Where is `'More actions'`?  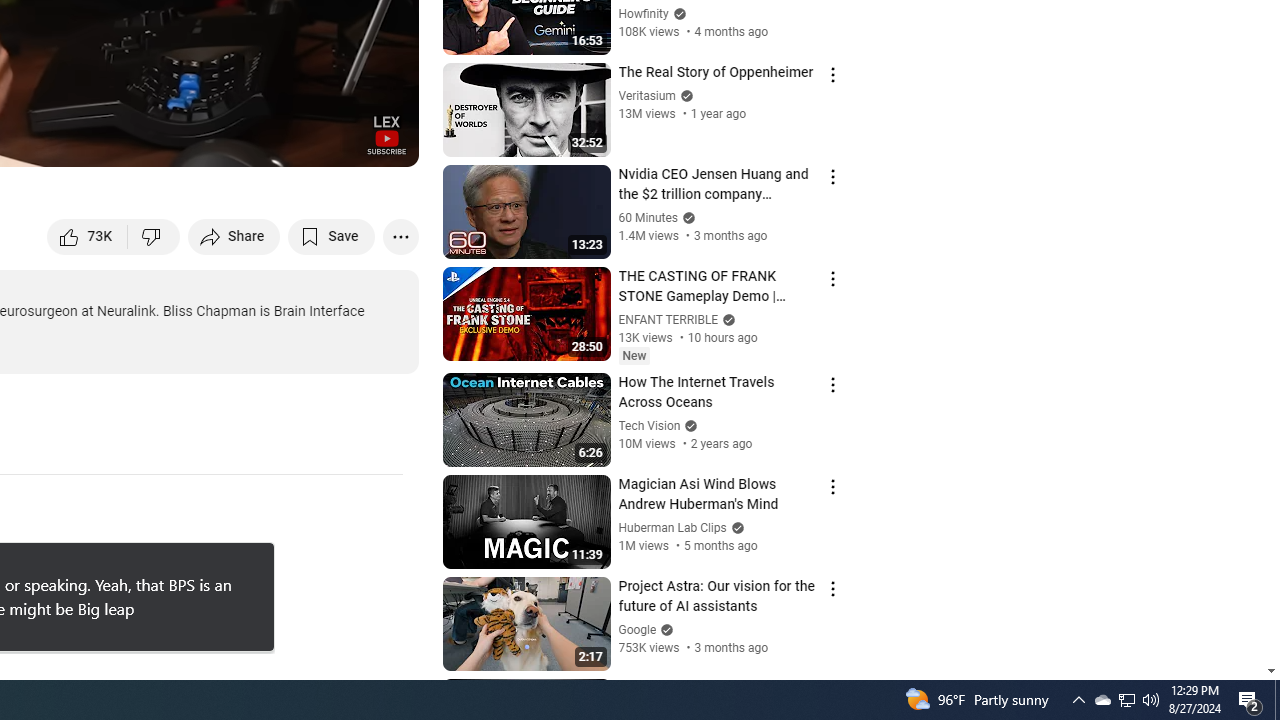
'More actions' is located at coordinates (400, 235).